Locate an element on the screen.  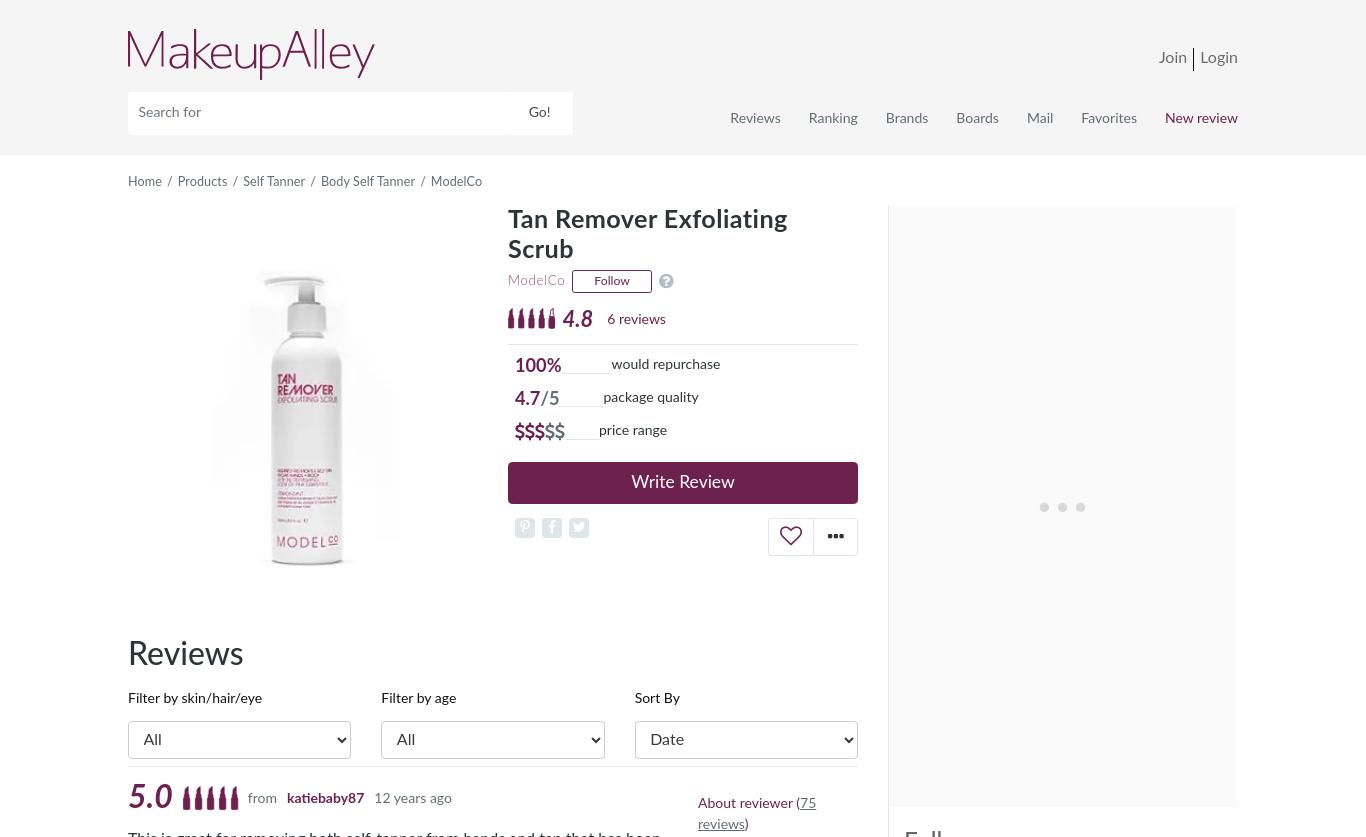
'About reviewer (' is located at coordinates (748, 802).